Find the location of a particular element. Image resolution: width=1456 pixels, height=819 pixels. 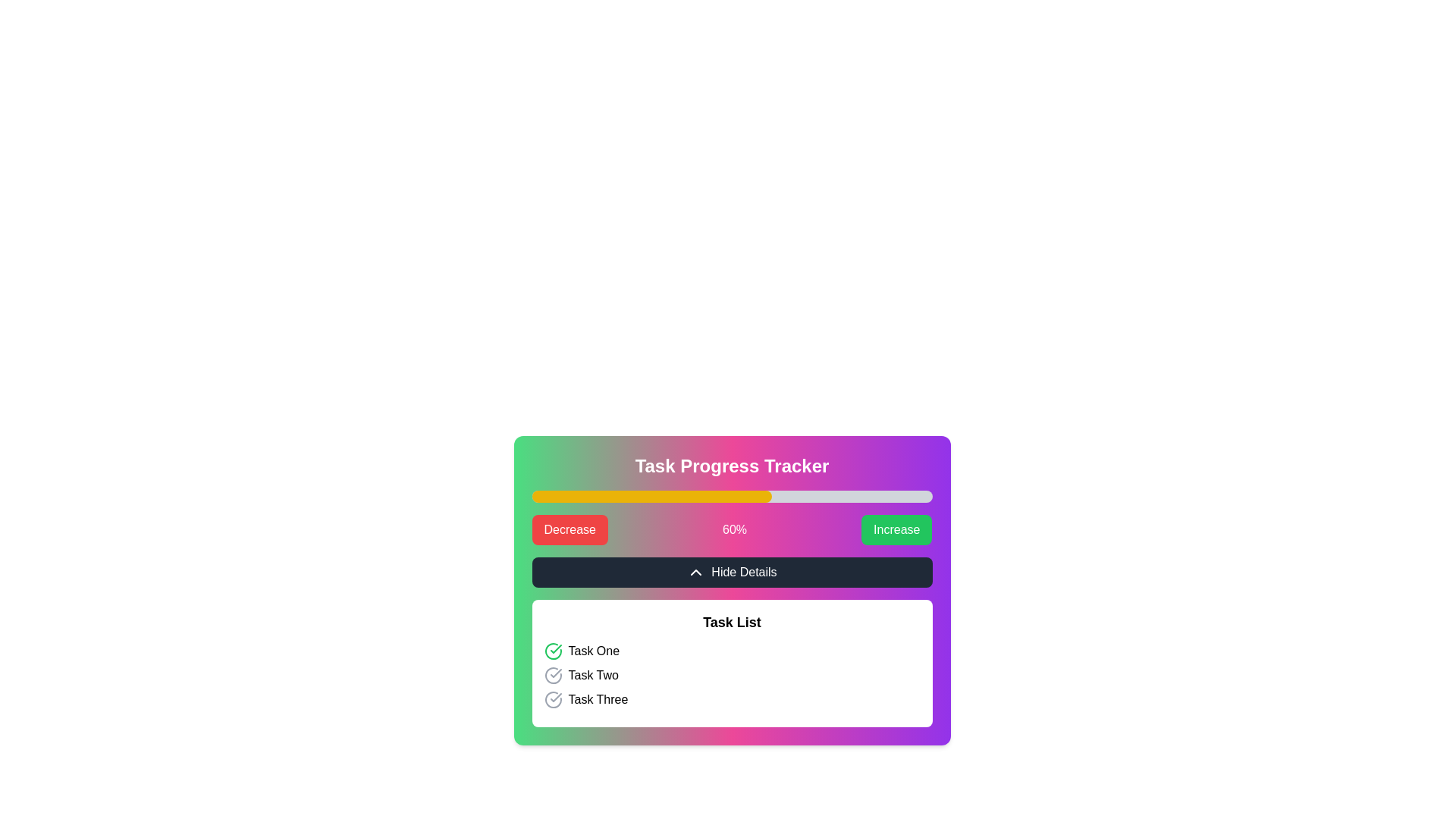

the appearance of the green circular status indicator with a checkmark, which is the first element in the task list positioned to the left of 'Task One' is located at coordinates (552, 651).